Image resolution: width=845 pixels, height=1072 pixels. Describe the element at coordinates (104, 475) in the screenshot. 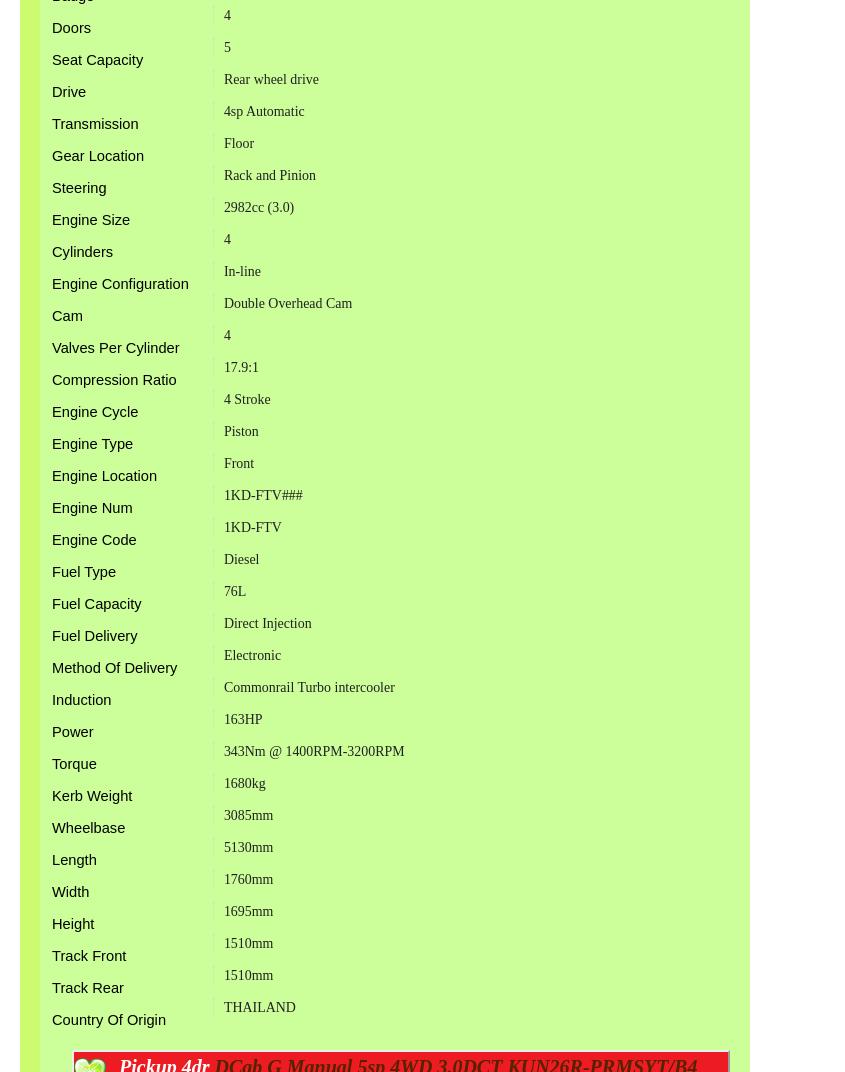

I see `'Engine Location'` at that location.